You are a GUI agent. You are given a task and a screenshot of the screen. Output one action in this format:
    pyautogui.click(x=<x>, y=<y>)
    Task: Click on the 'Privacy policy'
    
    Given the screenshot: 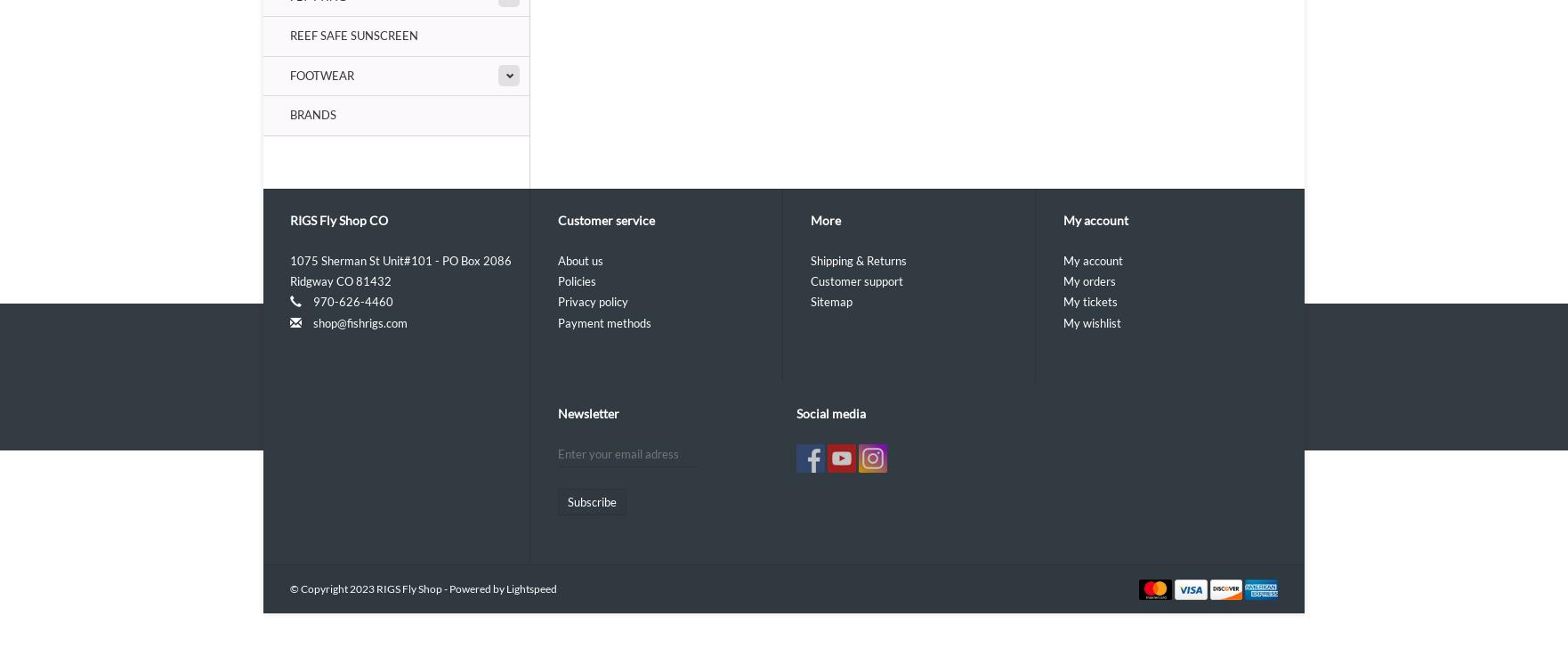 What is the action you would take?
    pyautogui.click(x=592, y=301)
    